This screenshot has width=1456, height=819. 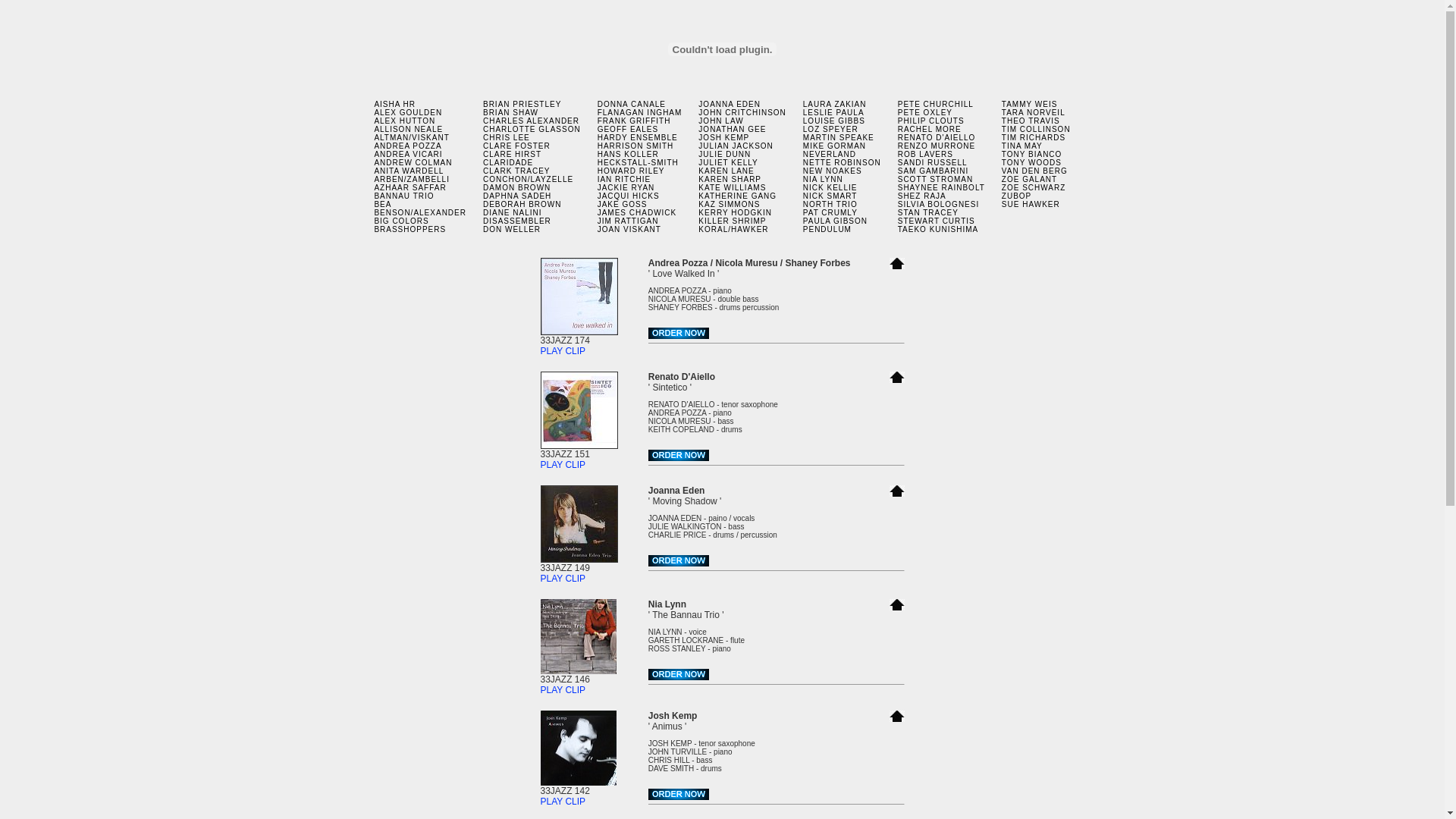 I want to click on 'SCOTT STROMAN', so click(x=934, y=178).